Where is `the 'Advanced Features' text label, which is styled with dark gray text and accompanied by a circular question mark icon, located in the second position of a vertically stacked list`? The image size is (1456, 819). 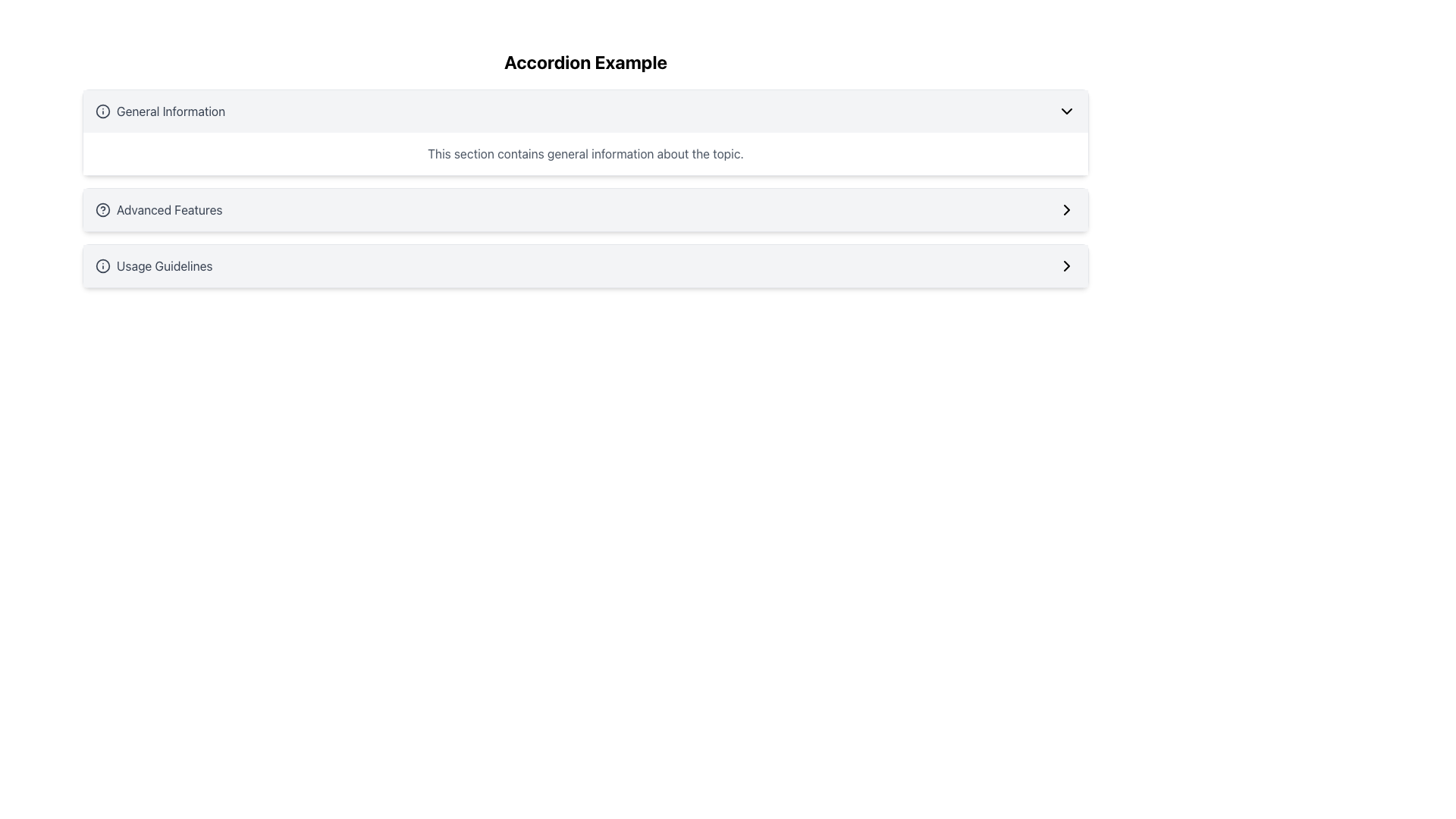
the 'Advanced Features' text label, which is styled with dark gray text and accompanied by a circular question mark icon, located in the second position of a vertically stacked list is located at coordinates (158, 210).